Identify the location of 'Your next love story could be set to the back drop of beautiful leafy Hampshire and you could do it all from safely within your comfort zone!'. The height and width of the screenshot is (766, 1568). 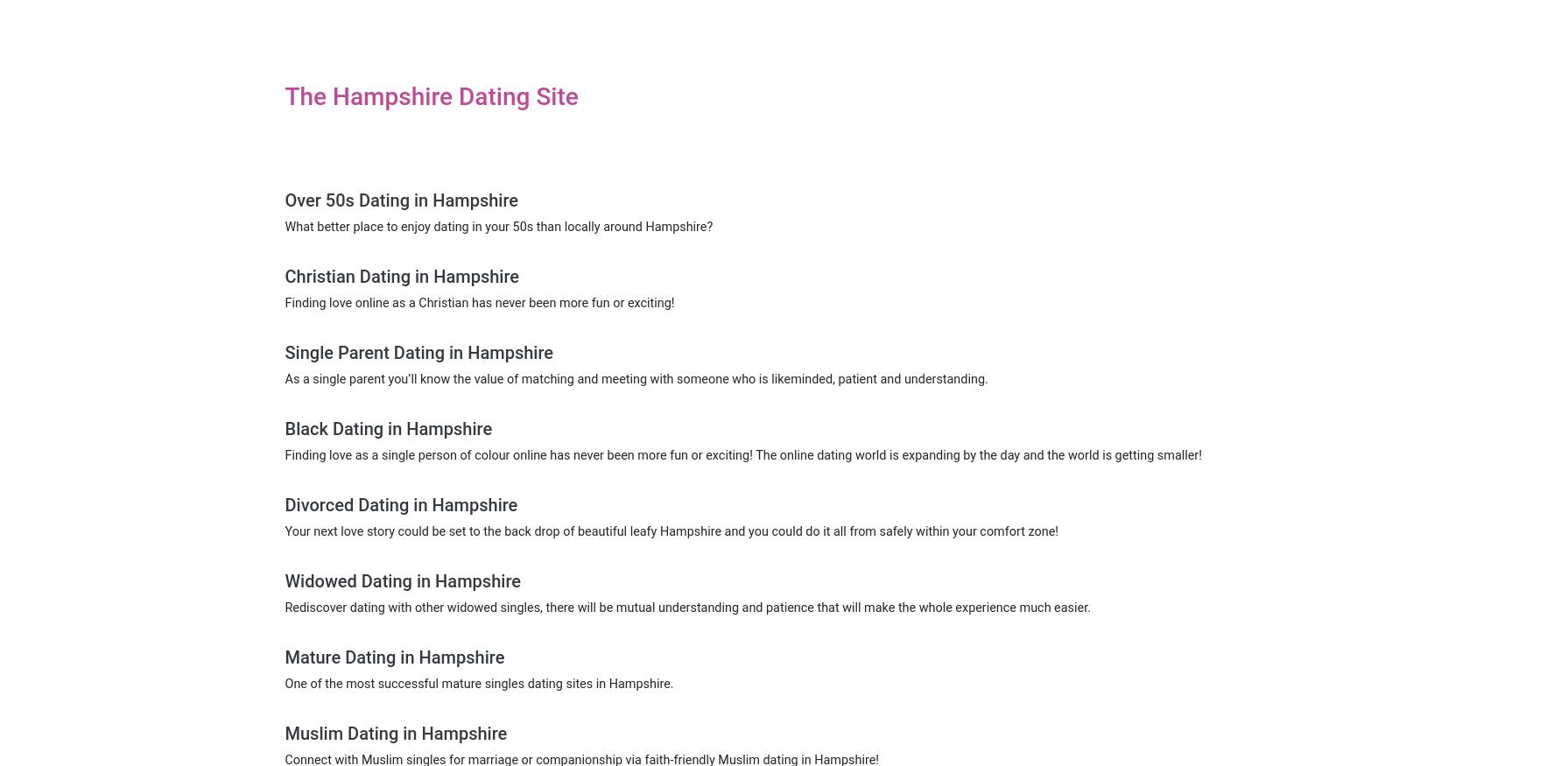
(285, 531).